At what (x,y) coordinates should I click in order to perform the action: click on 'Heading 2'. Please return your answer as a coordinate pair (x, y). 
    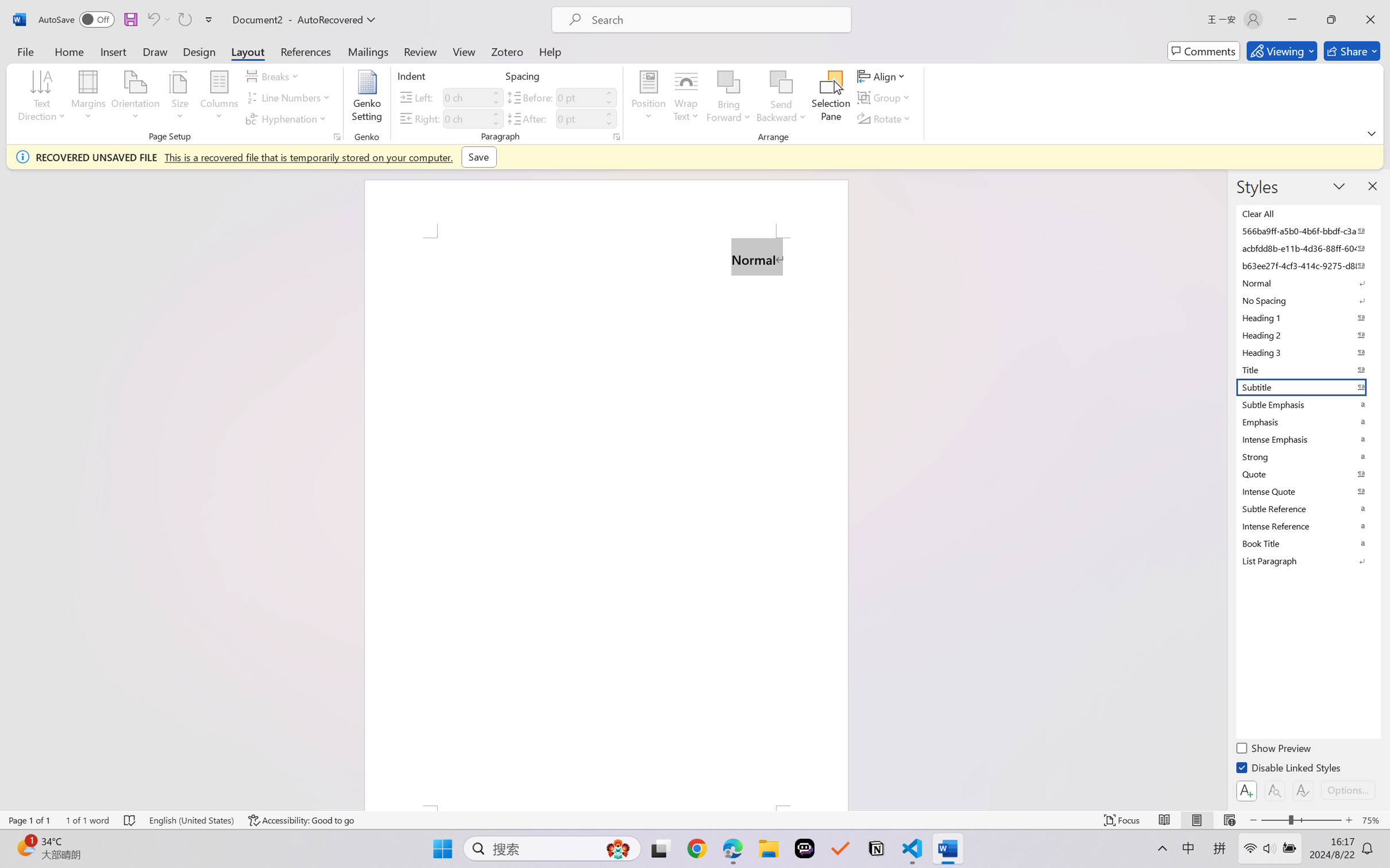
    Looking at the image, I should click on (1307, 334).